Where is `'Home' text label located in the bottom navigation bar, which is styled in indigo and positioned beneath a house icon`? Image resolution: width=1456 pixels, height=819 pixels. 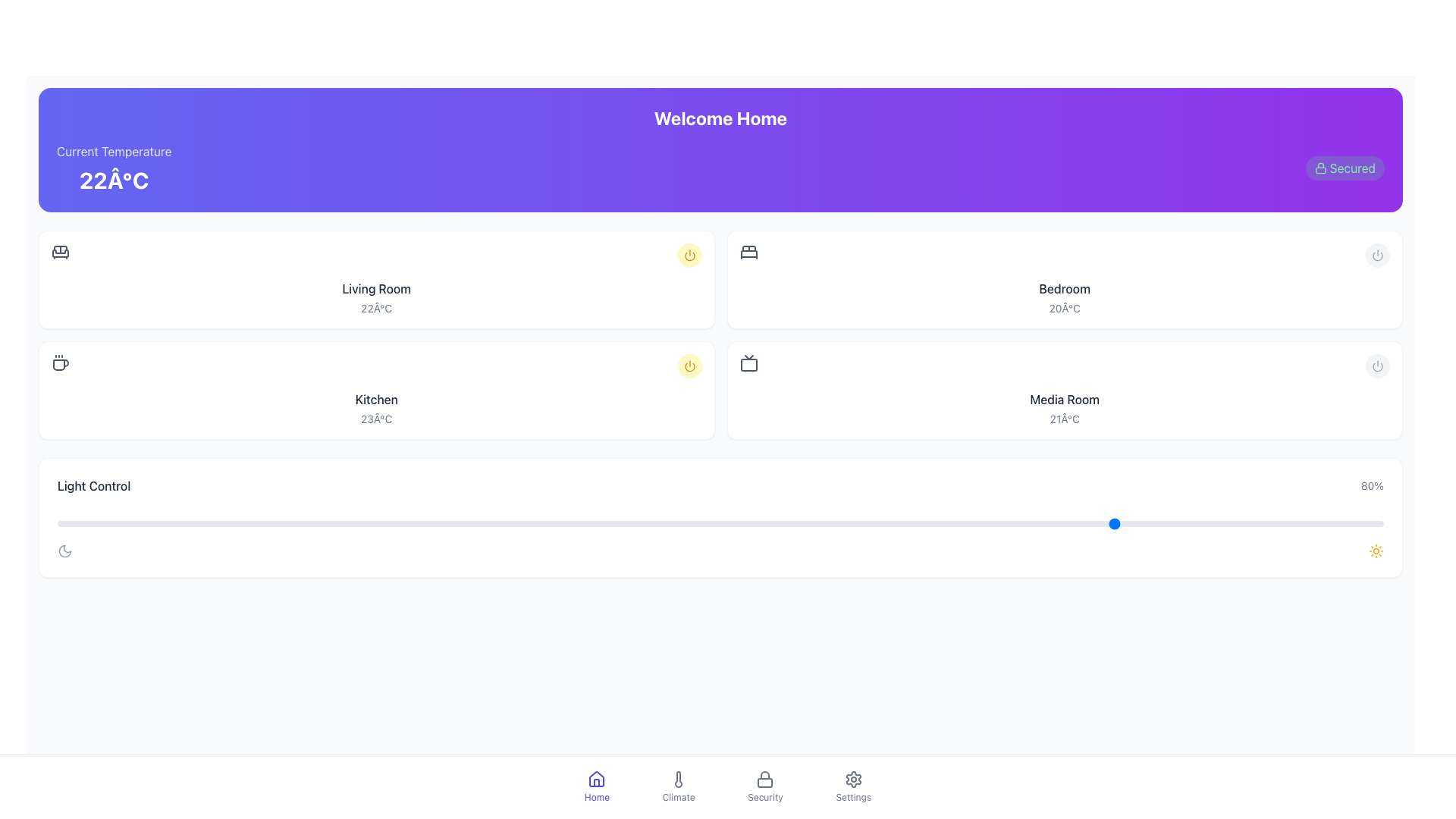 'Home' text label located in the bottom navigation bar, which is styled in indigo and positioned beneath a house icon is located at coordinates (596, 797).